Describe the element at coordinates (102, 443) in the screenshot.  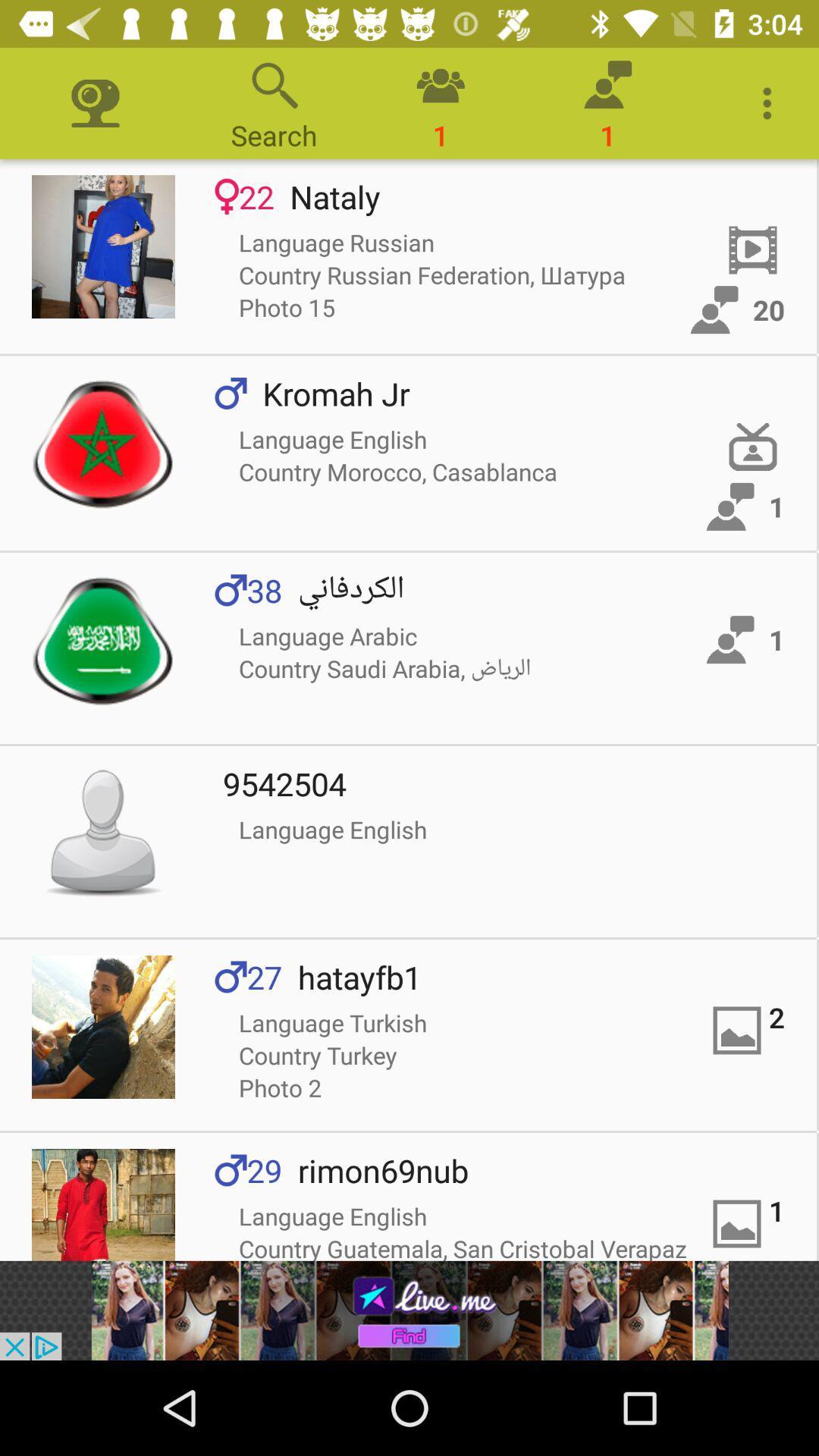
I see `open kromah jr` at that location.